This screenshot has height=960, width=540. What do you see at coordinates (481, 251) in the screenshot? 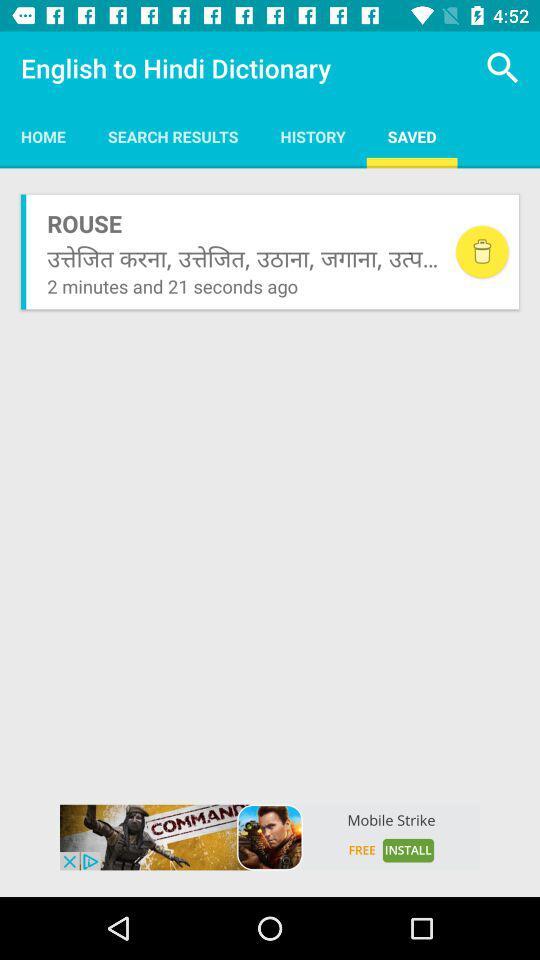
I see `delete` at bounding box center [481, 251].